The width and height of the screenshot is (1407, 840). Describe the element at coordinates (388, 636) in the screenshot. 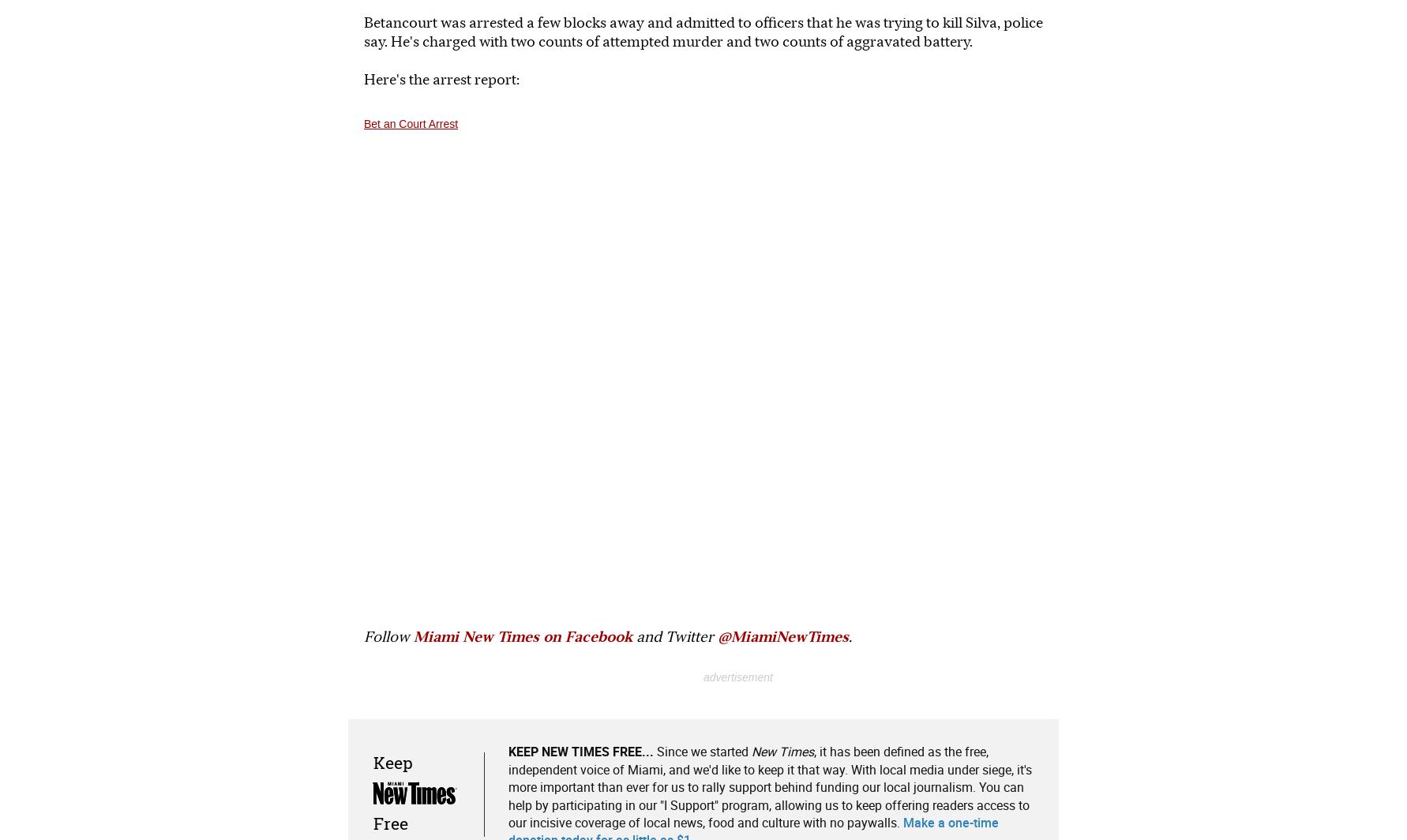

I see `'Follow'` at that location.